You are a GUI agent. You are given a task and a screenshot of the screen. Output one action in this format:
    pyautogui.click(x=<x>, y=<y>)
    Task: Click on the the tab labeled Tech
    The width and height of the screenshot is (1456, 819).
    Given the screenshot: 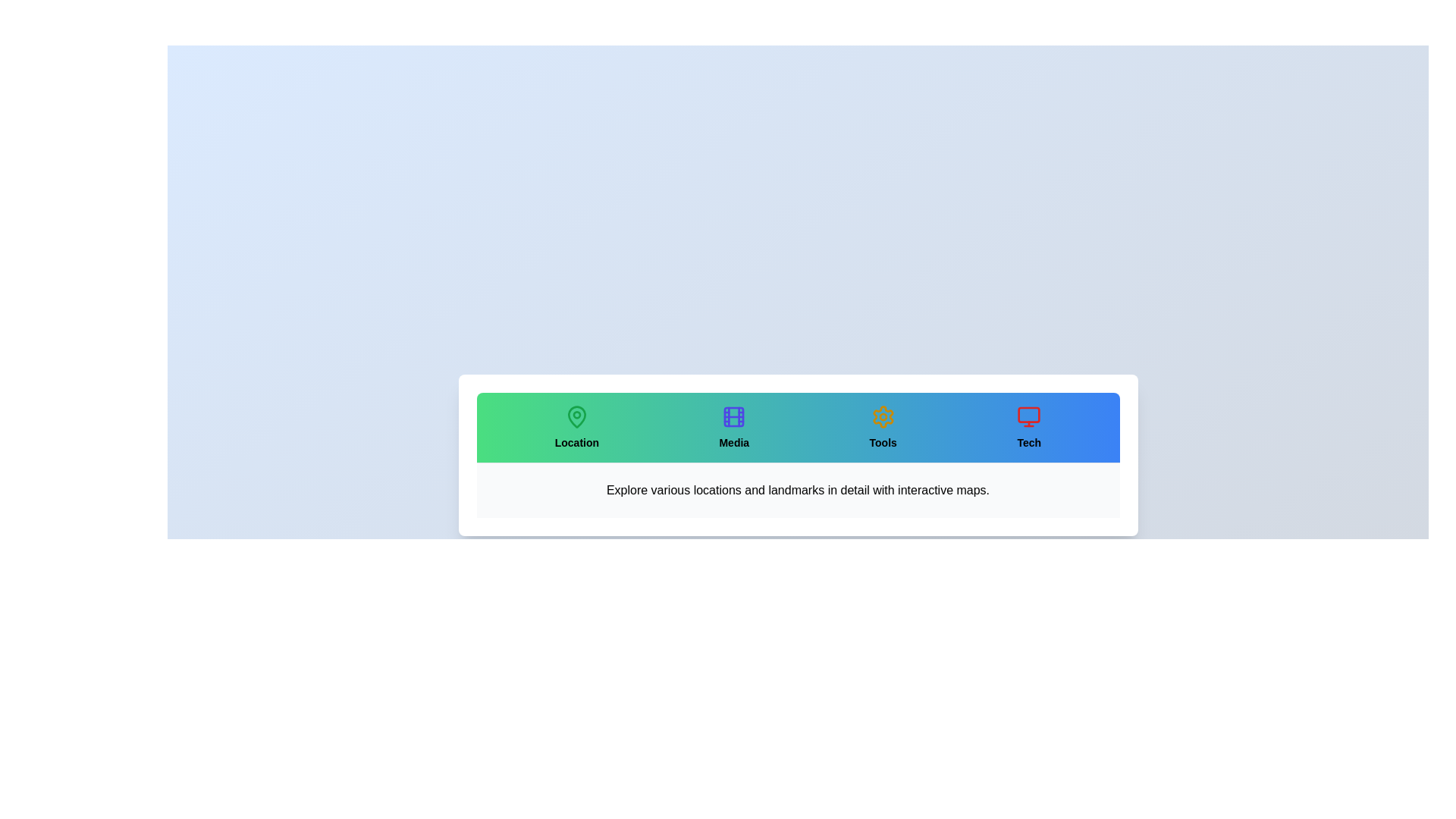 What is the action you would take?
    pyautogui.click(x=1029, y=427)
    